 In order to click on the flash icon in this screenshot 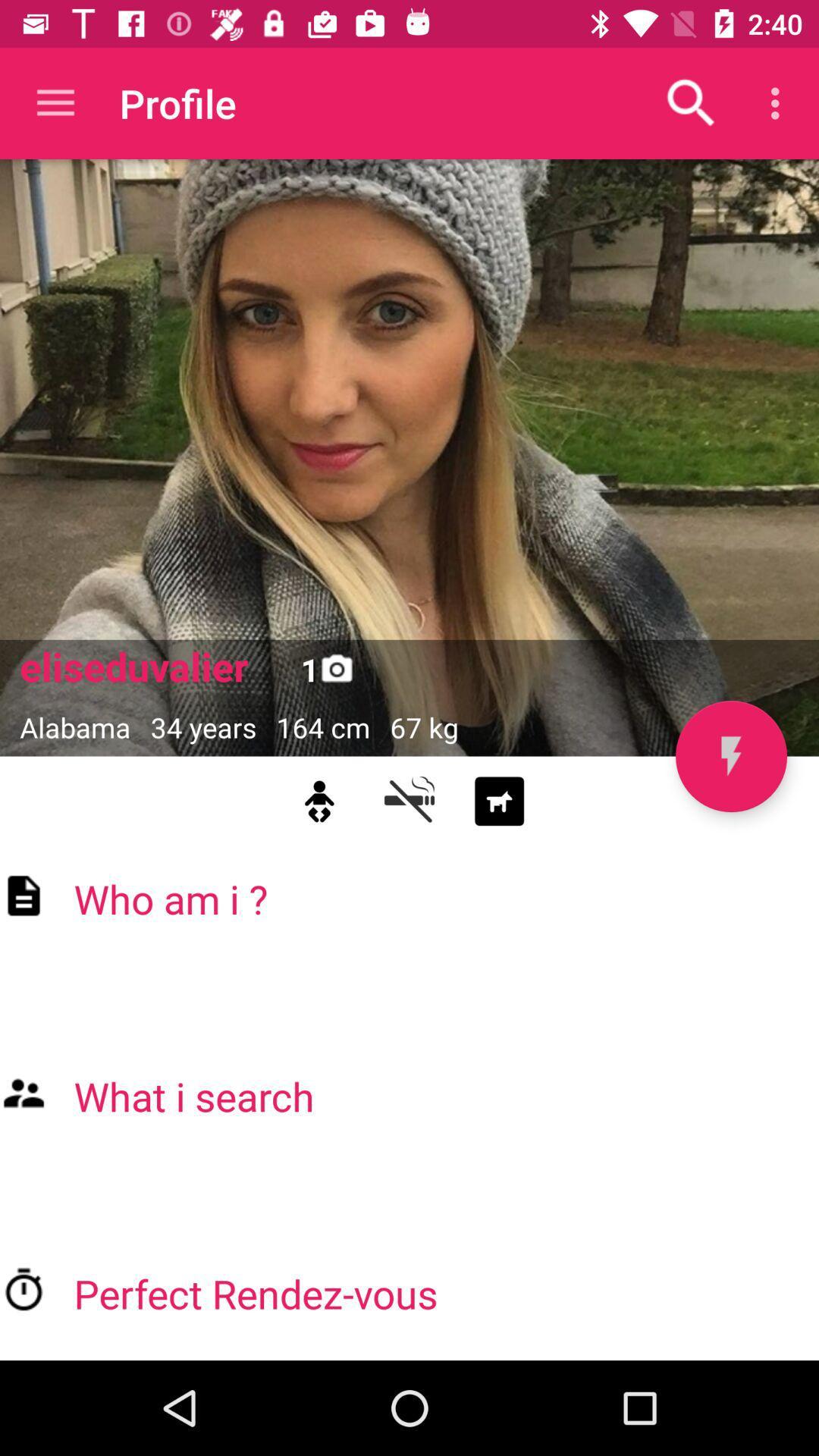, I will do `click(730, 756)`.